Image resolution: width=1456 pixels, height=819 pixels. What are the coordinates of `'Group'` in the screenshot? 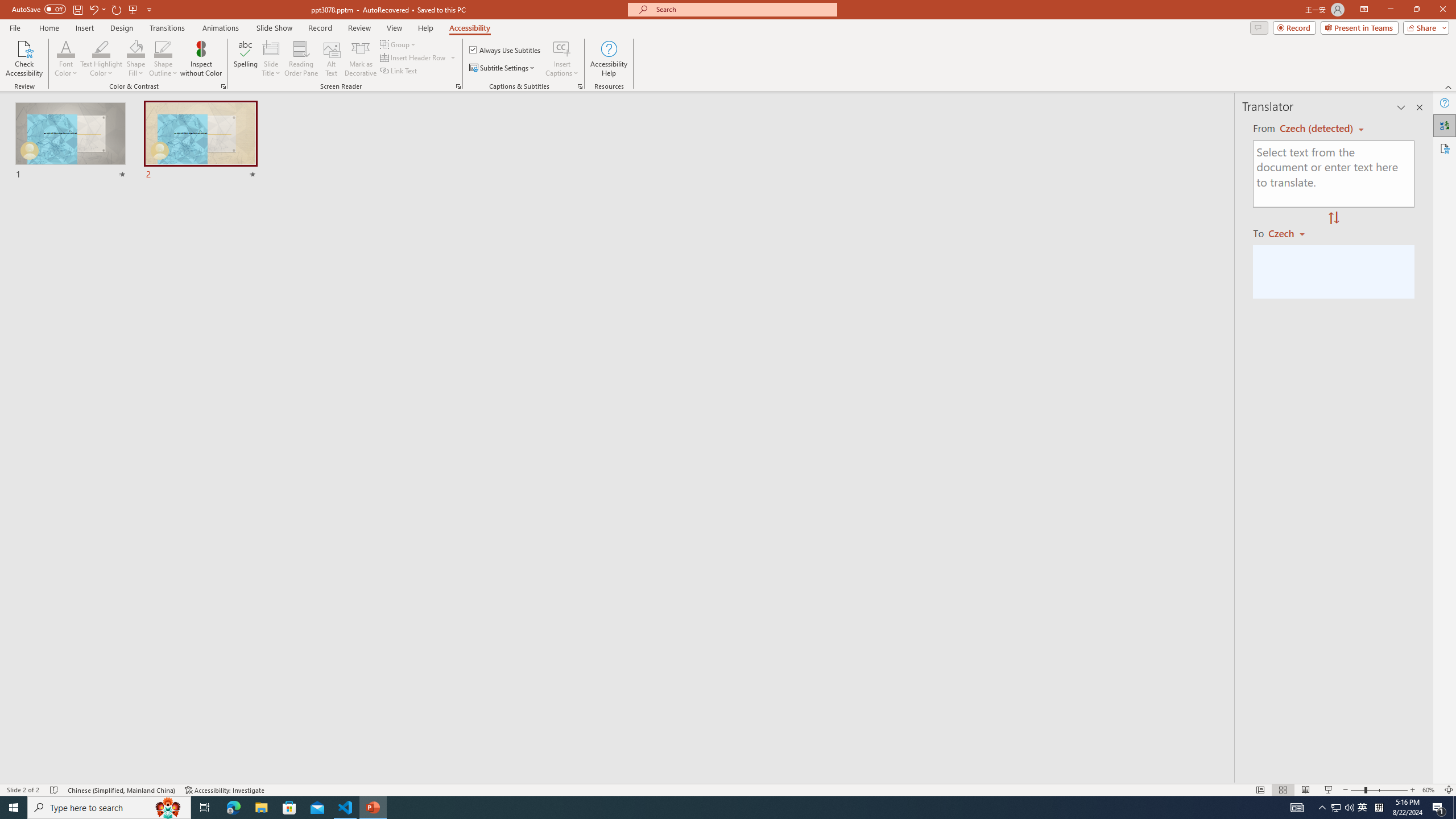 It's located at (399, 44).